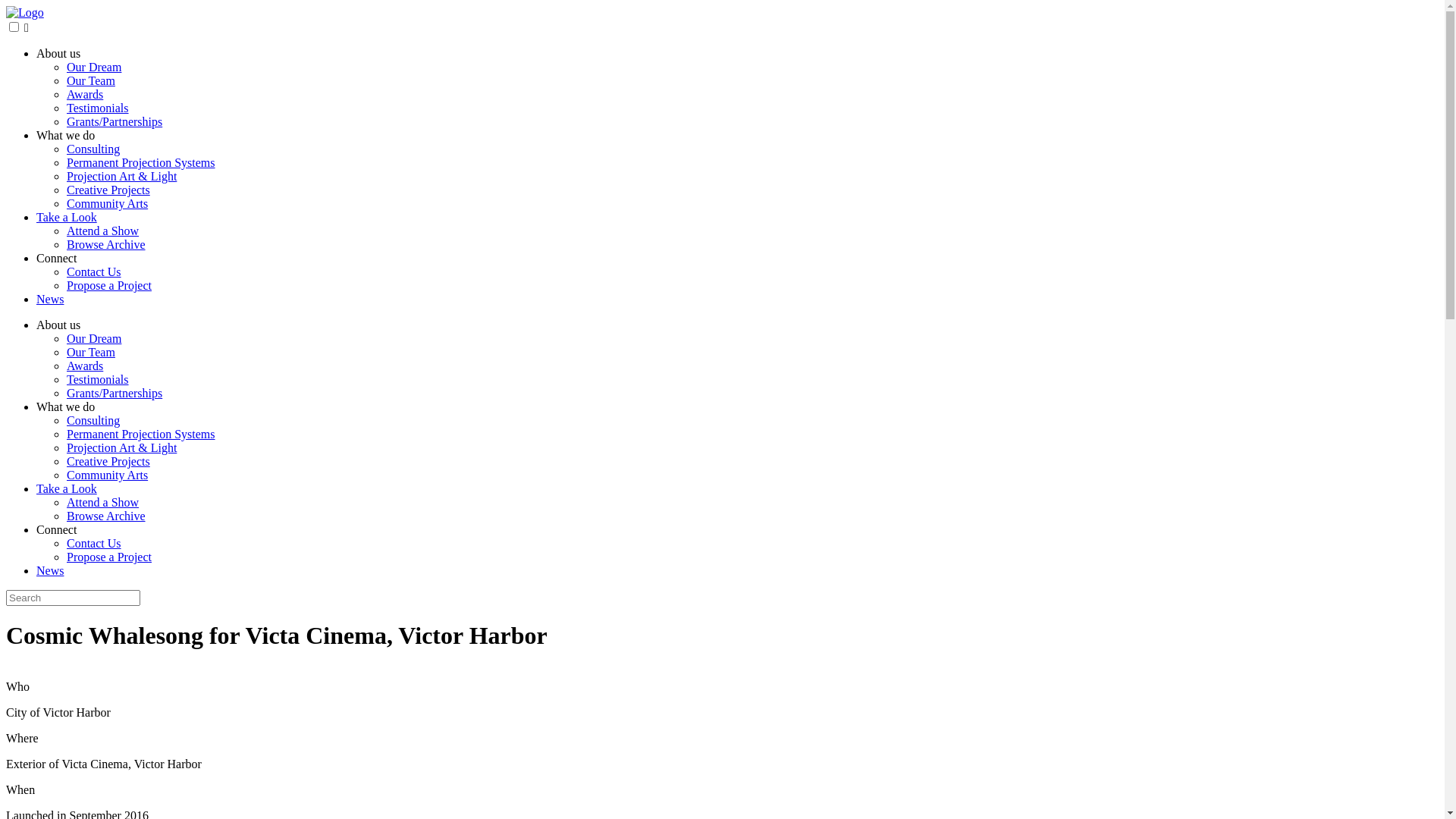 The height and width of the screenshot is (819, 1456). Describe the element at coordinates (113, 392) in the screenshot. I see `'Grants/Partnerships'` at that location.